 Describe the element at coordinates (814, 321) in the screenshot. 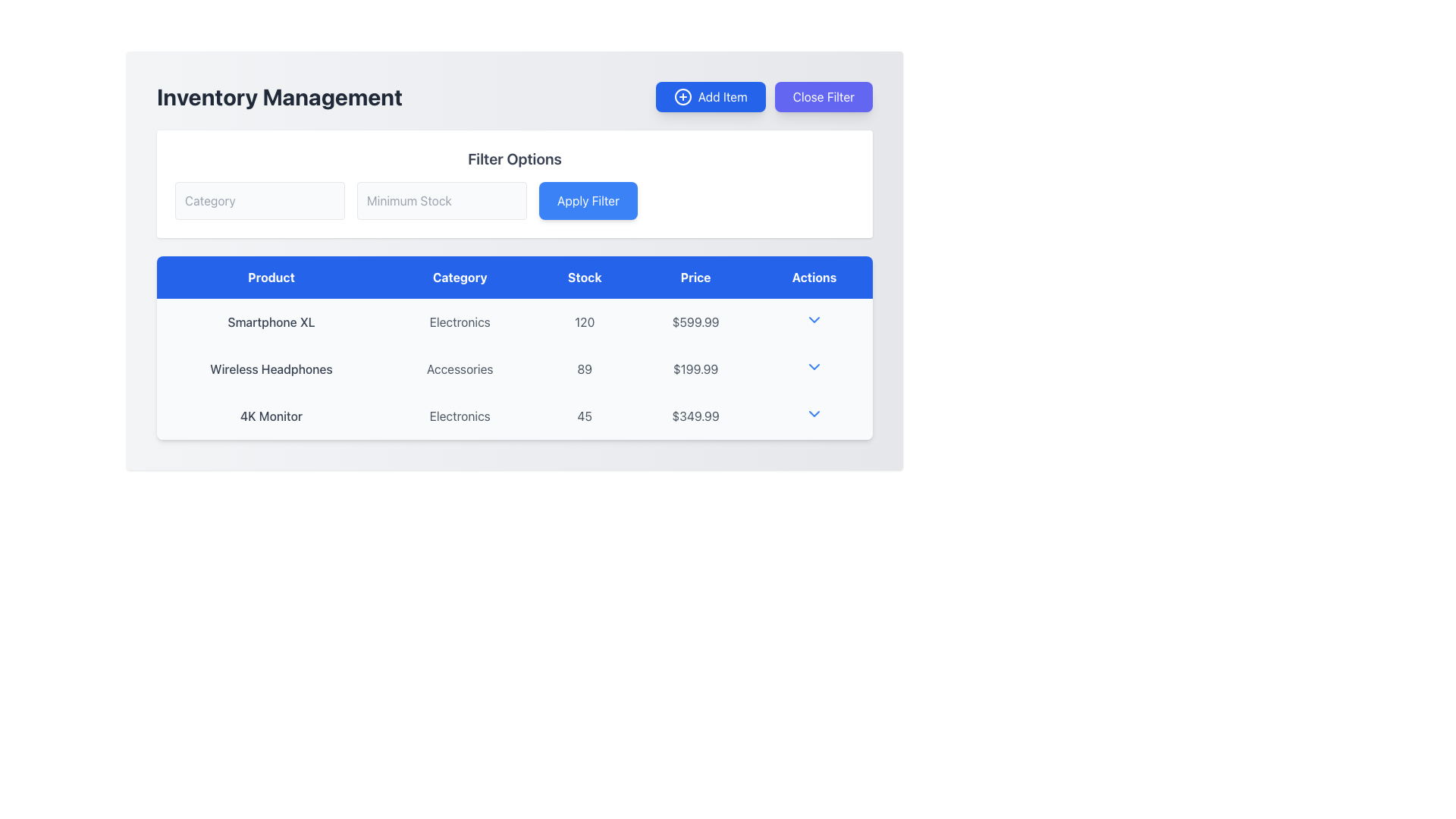

I see `the small blue downward pointing arrow icon button in the 'Actions' column of the 'Smartphone XL' row` at that location.